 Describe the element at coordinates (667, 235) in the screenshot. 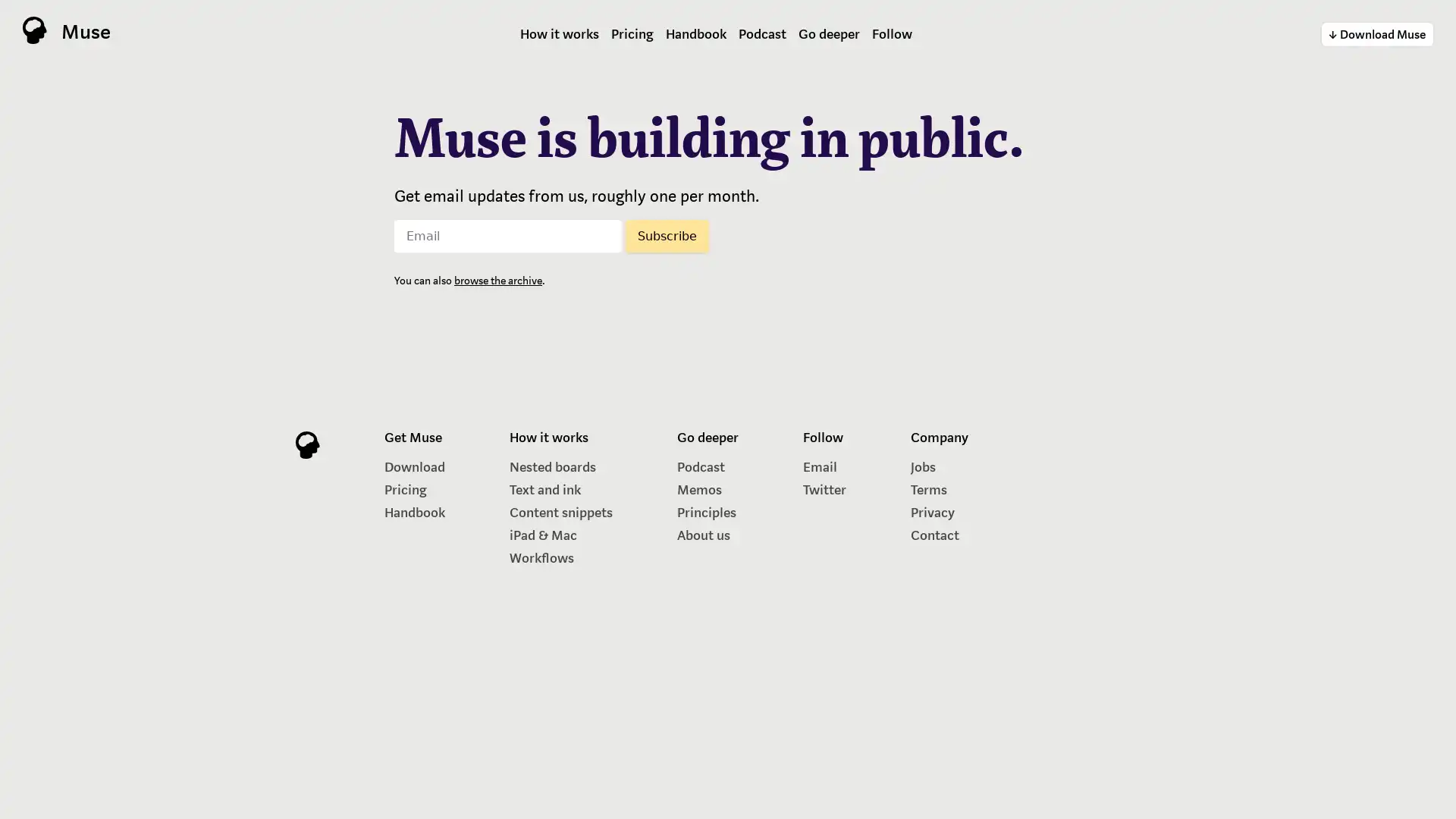

I see `Subscribe` at that location.